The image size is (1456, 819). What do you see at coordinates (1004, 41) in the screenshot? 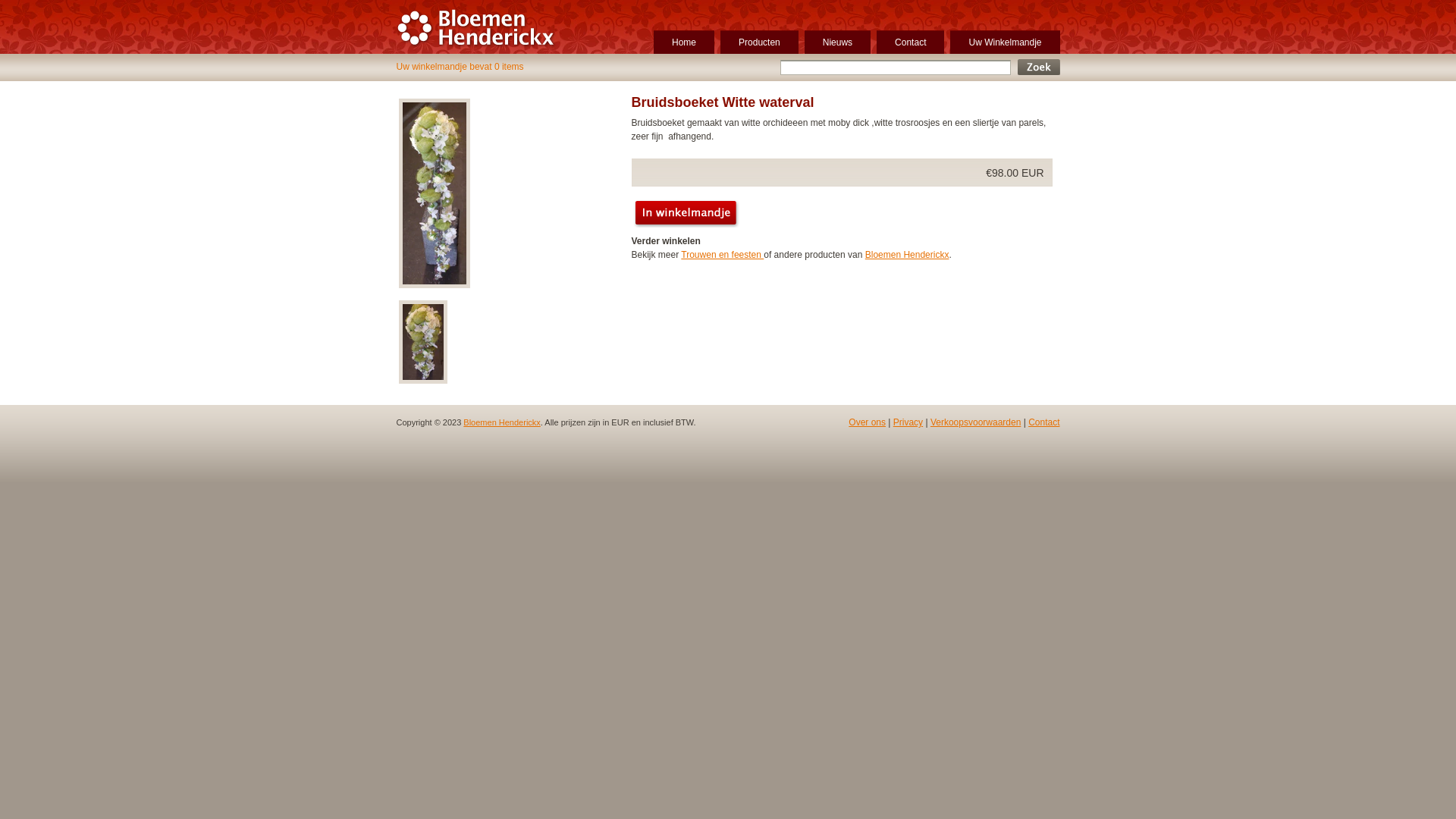
I see `'Uw Winkelmandje'` at bounding box center [1004, 41].